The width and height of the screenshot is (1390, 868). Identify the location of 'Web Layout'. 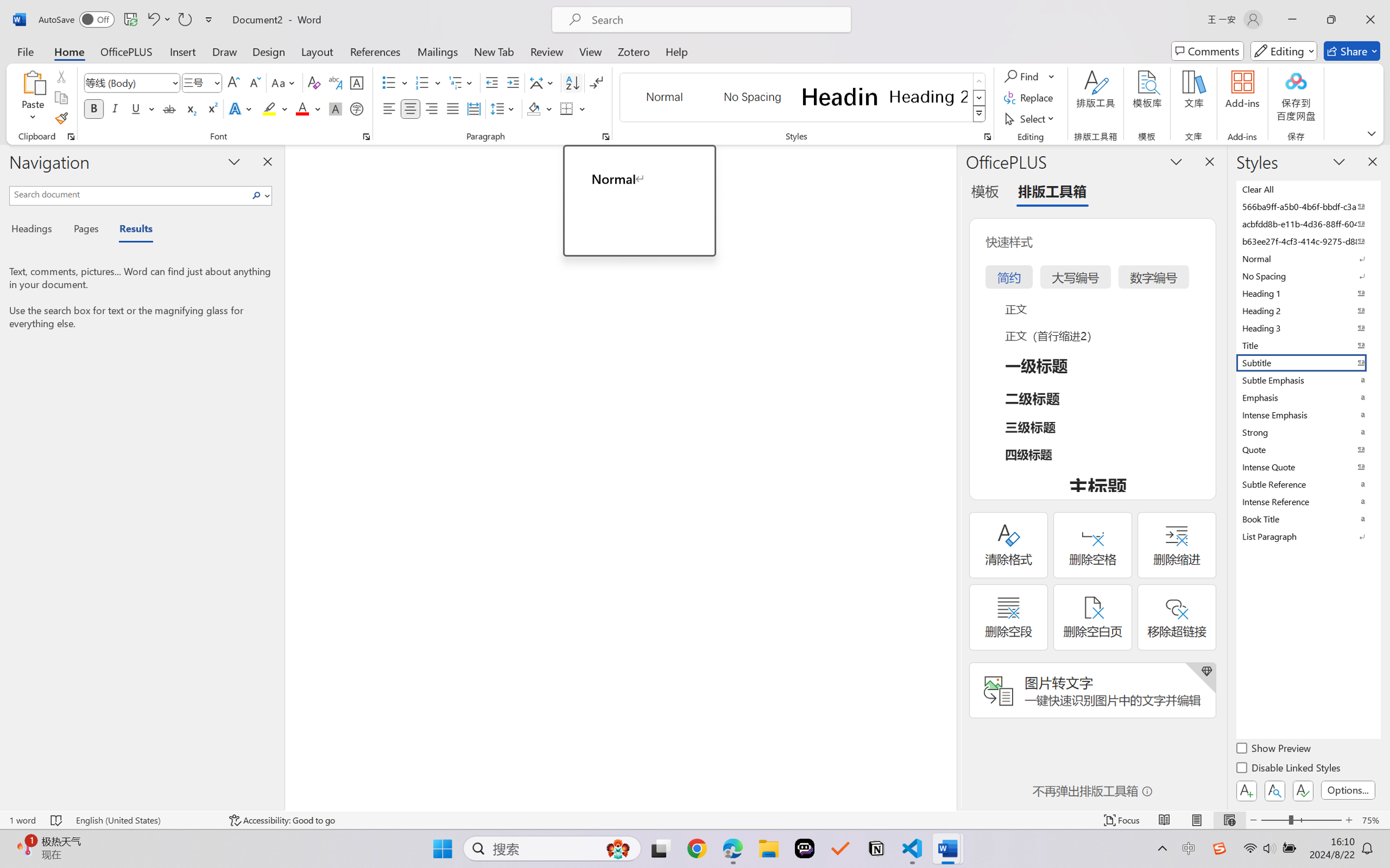
(1229, 820).